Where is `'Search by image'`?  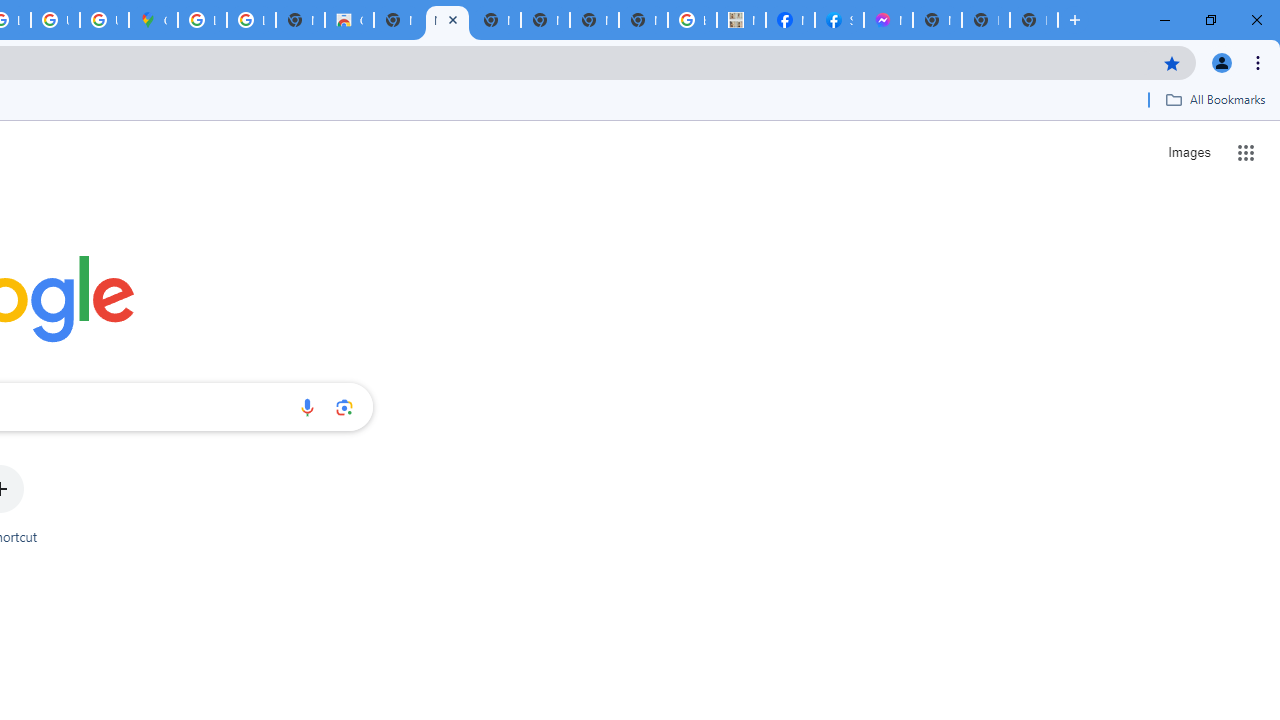 'Search by image' is located at coordinates (344, 406).